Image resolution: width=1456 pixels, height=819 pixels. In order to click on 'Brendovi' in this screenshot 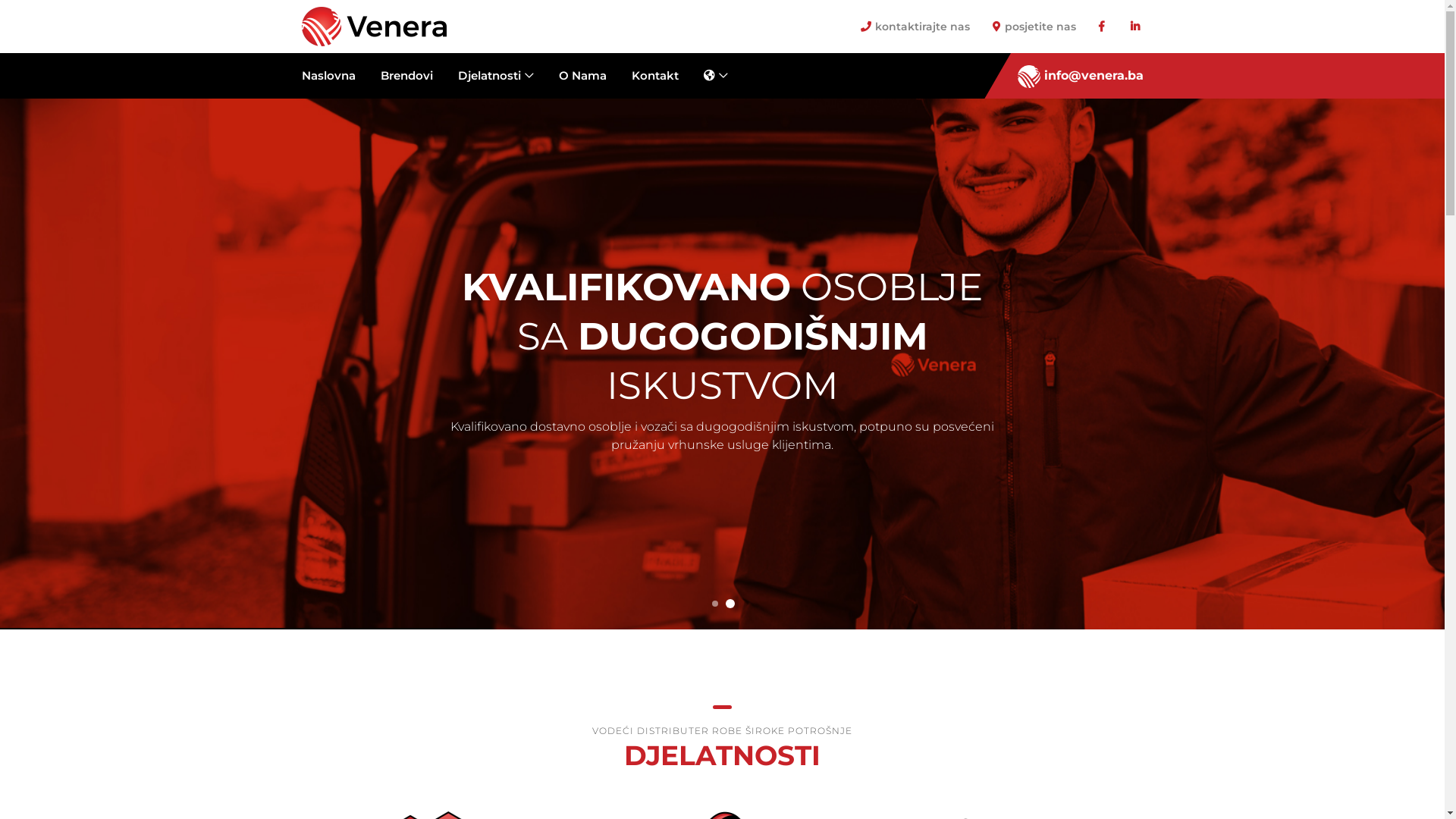, I will do `click(368, 75)`.